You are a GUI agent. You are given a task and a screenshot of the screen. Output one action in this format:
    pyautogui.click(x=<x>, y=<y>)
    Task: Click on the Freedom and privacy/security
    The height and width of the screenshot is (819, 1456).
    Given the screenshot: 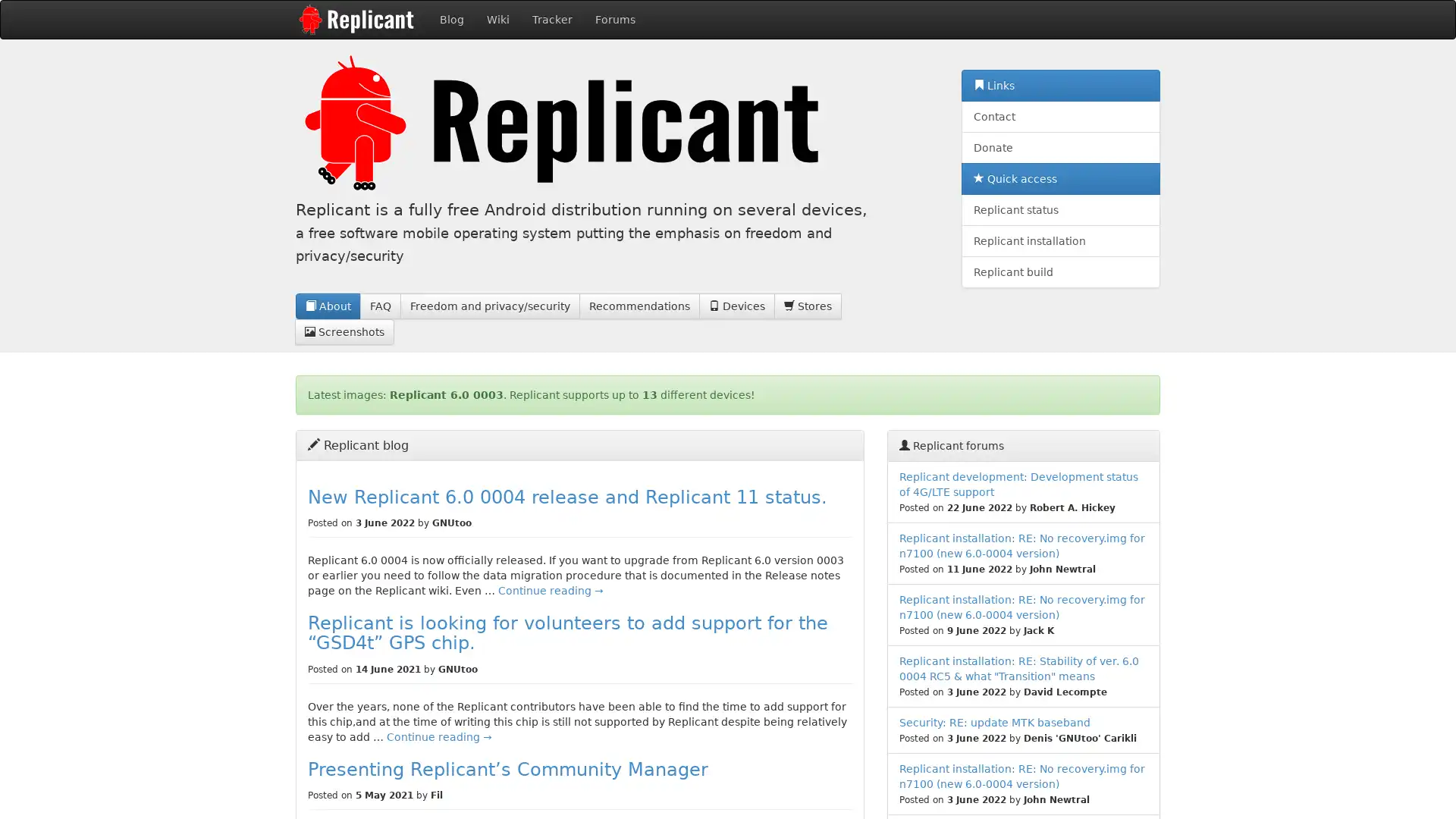 What is the action you would take?
    pyautogui.click(x=490, y=306)
    